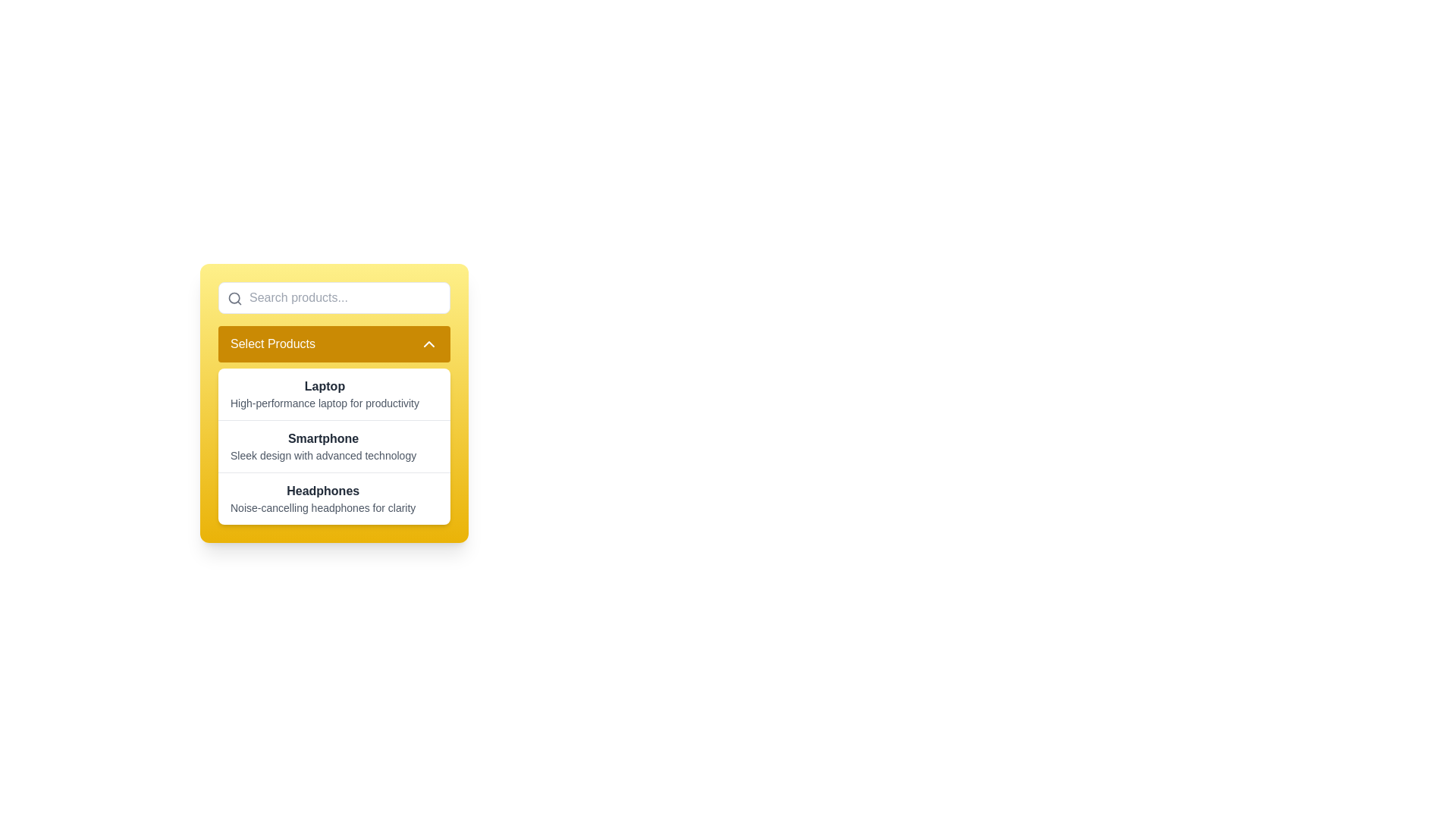 The width and height of the screenshot is (1456, 819). Describe the element at coordinates (322, 491) in the screenshot. I see `the 'Headphones' text label, which is bold and dark gray, styled as a section title in a yellow-bordered card widget` at that location.